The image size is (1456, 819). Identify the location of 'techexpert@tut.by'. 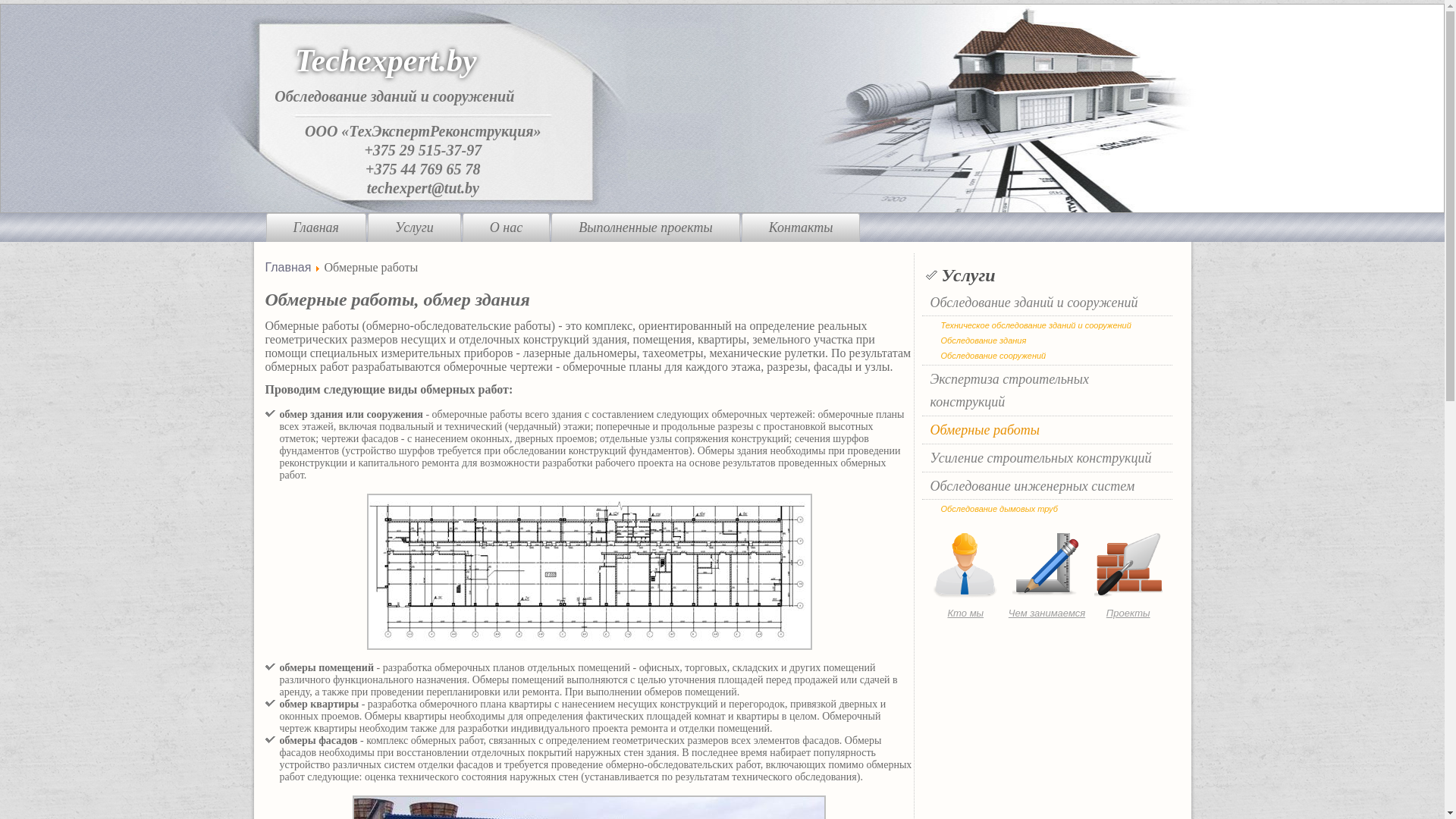
(367, 186).